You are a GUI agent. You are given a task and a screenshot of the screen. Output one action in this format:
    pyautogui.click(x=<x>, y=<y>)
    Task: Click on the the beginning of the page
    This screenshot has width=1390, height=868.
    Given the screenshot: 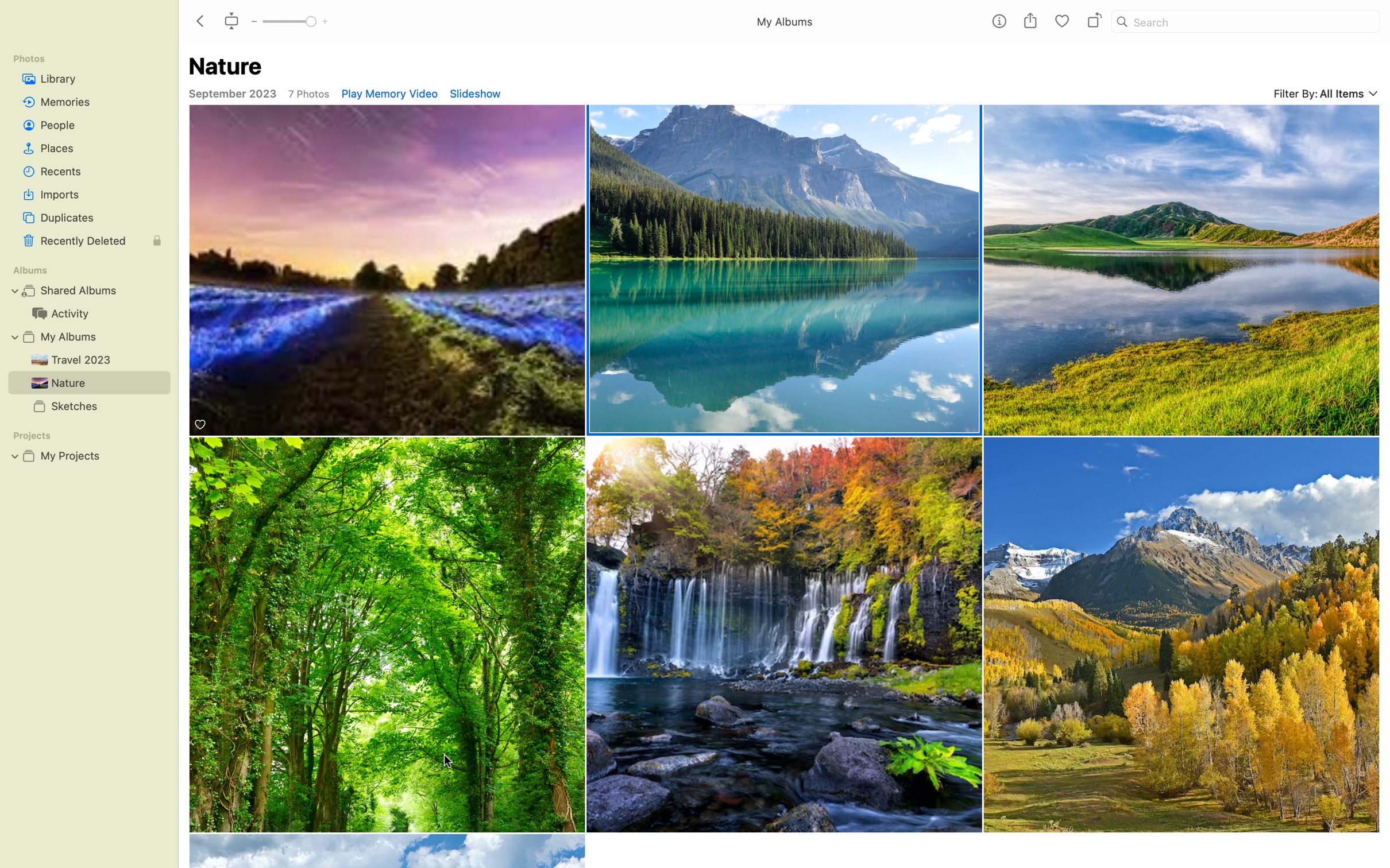 What is the action you would take?
    pyautogui.click(x=2639610, y=1022504)
    